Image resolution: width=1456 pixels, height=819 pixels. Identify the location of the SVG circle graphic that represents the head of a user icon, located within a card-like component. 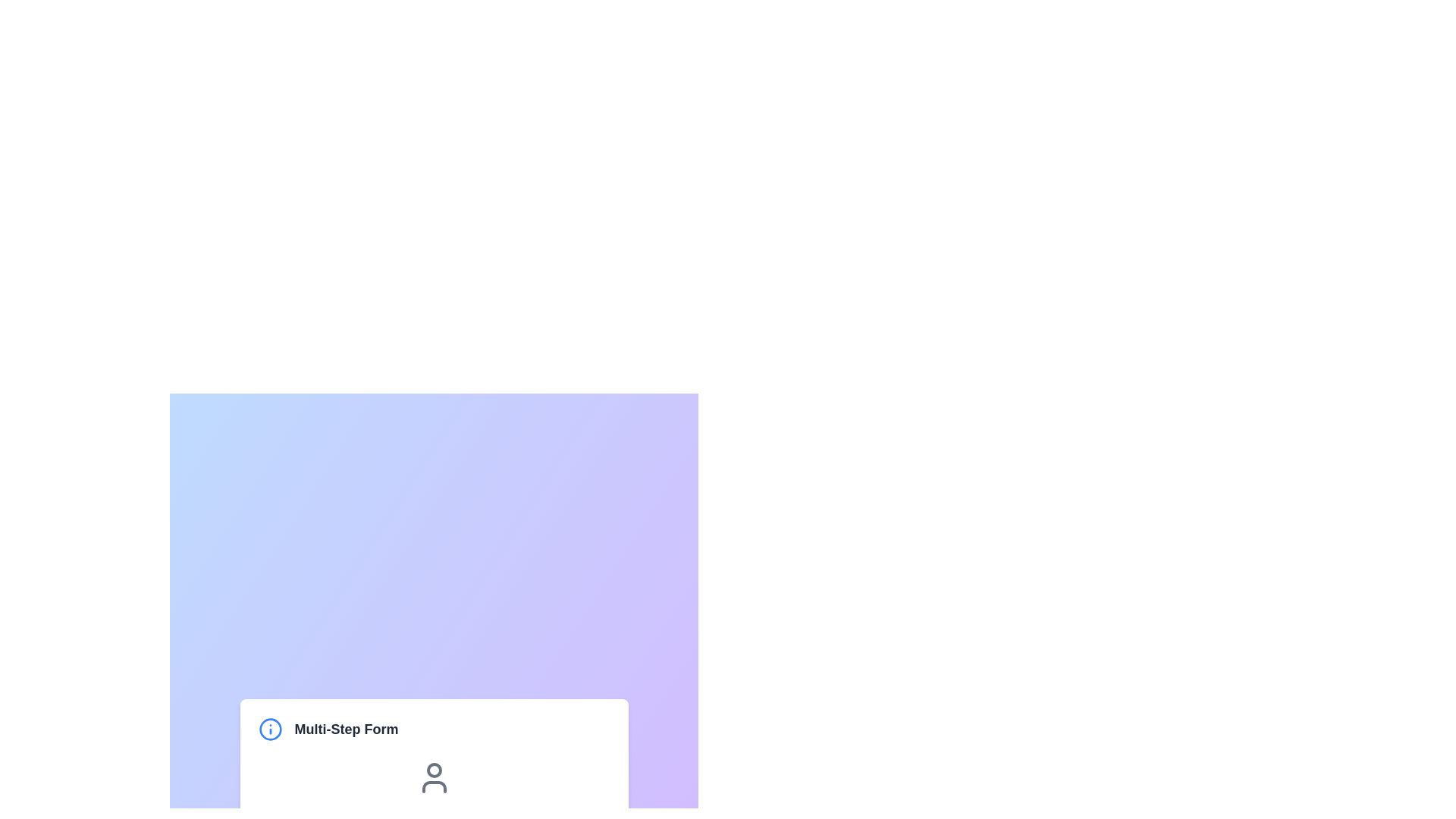
(433, 770).